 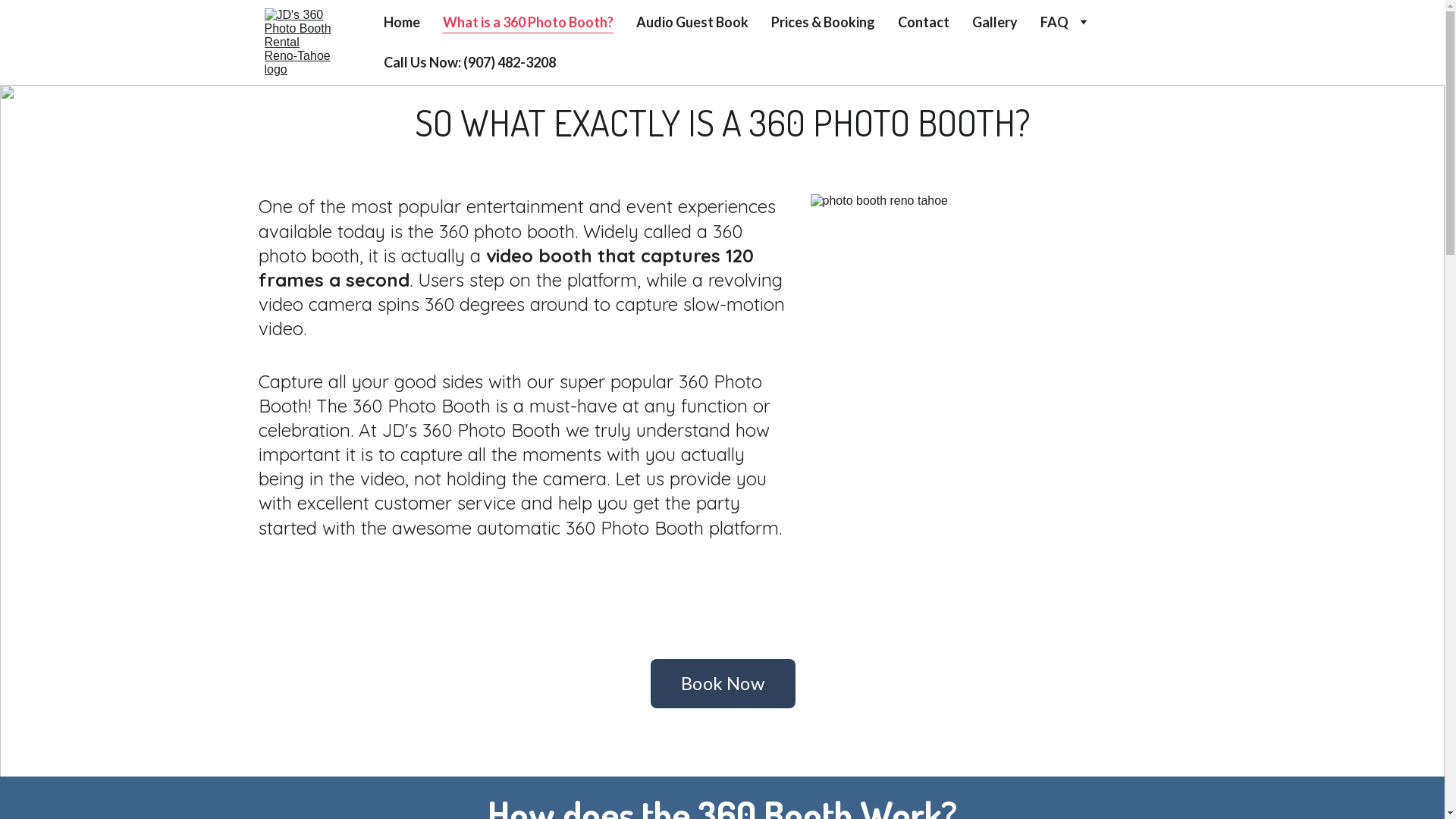 I want to click on 'Gallery', so click(x=994, y=22).